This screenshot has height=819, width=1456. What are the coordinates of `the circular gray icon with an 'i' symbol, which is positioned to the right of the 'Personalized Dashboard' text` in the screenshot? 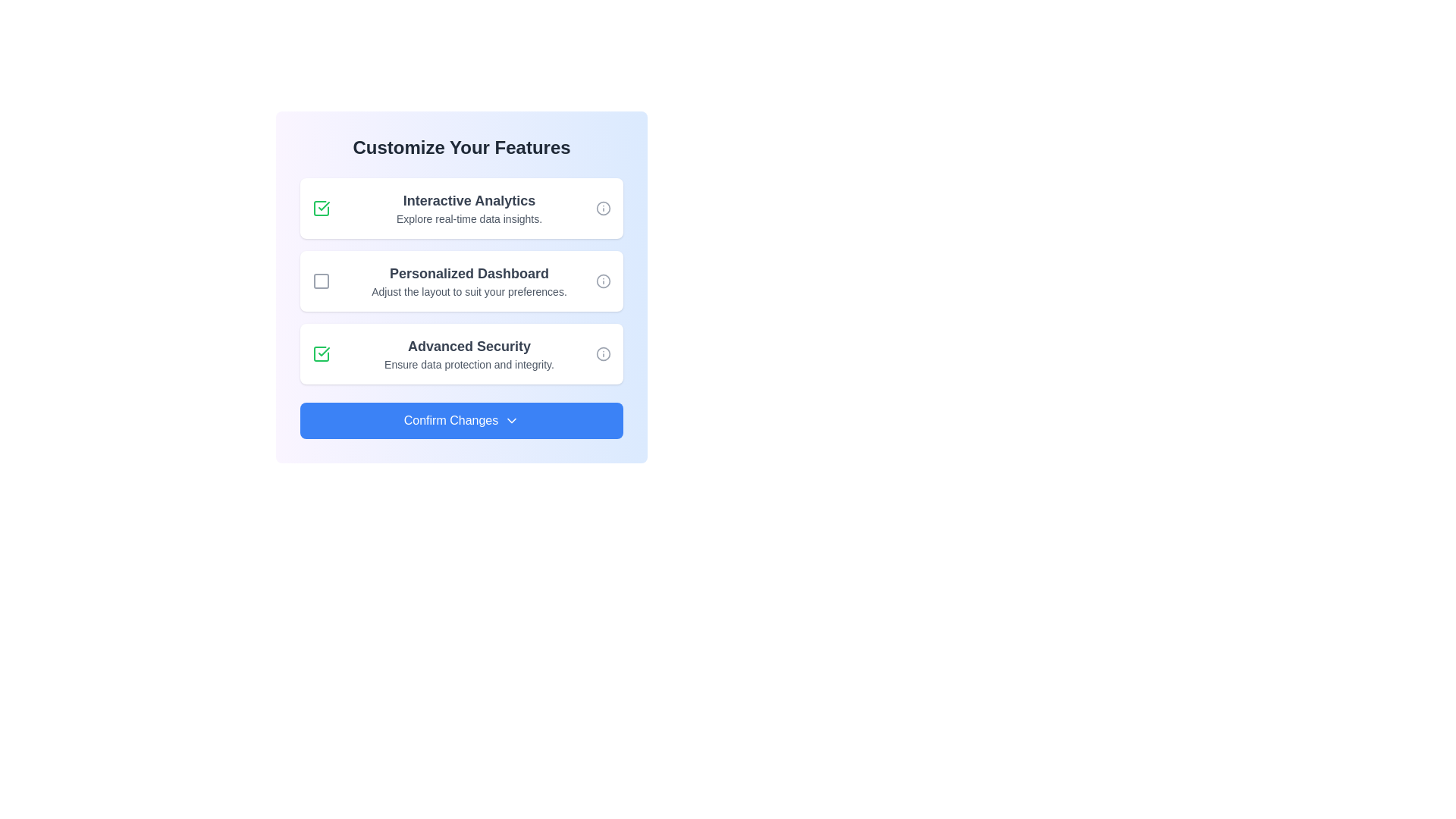 It's located at (603, 281).